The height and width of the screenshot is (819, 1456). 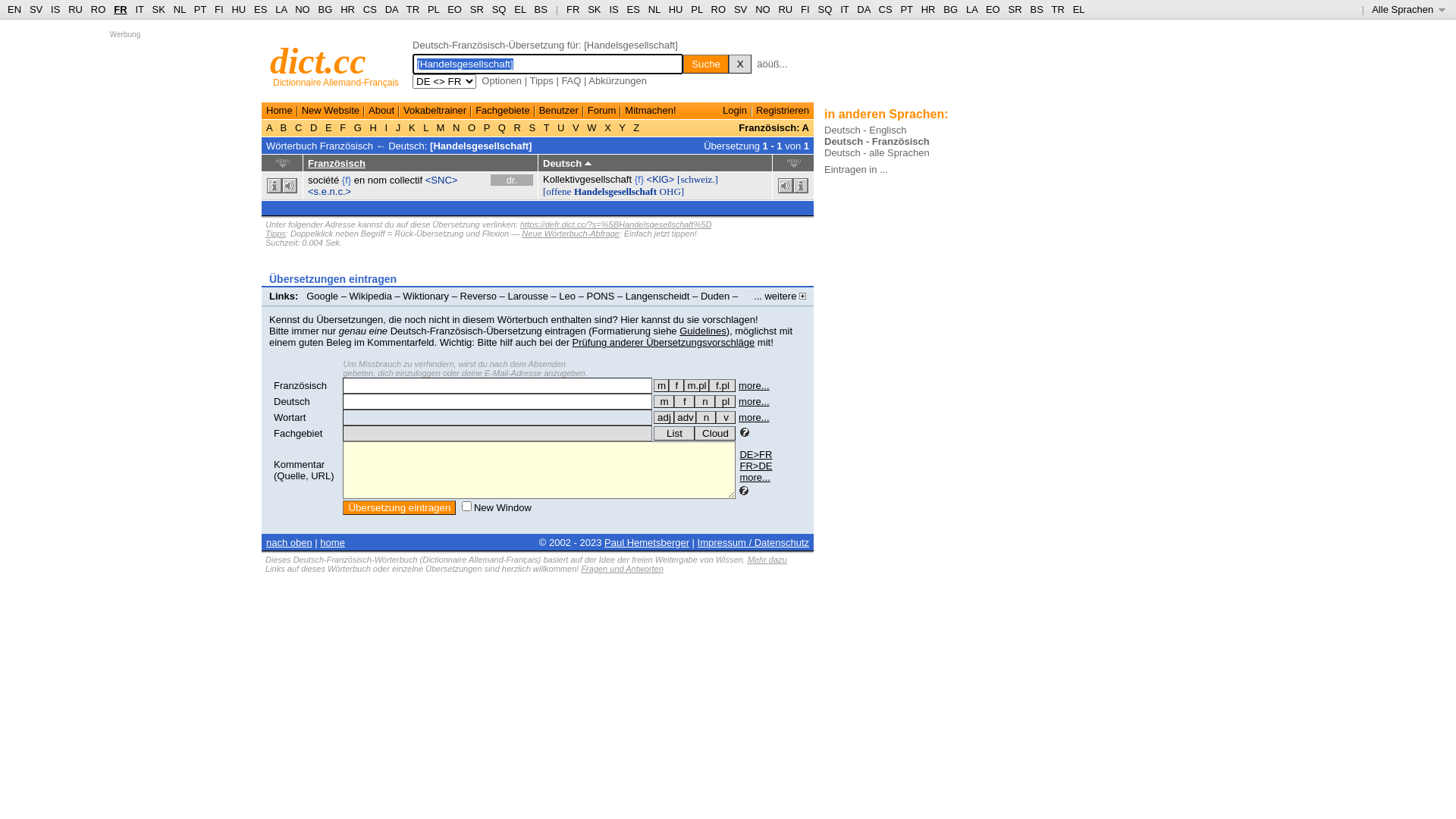 What do you see at coordinates (342, 127) in the screenshot?
I see `'F'` at bounding box center [342, 127].